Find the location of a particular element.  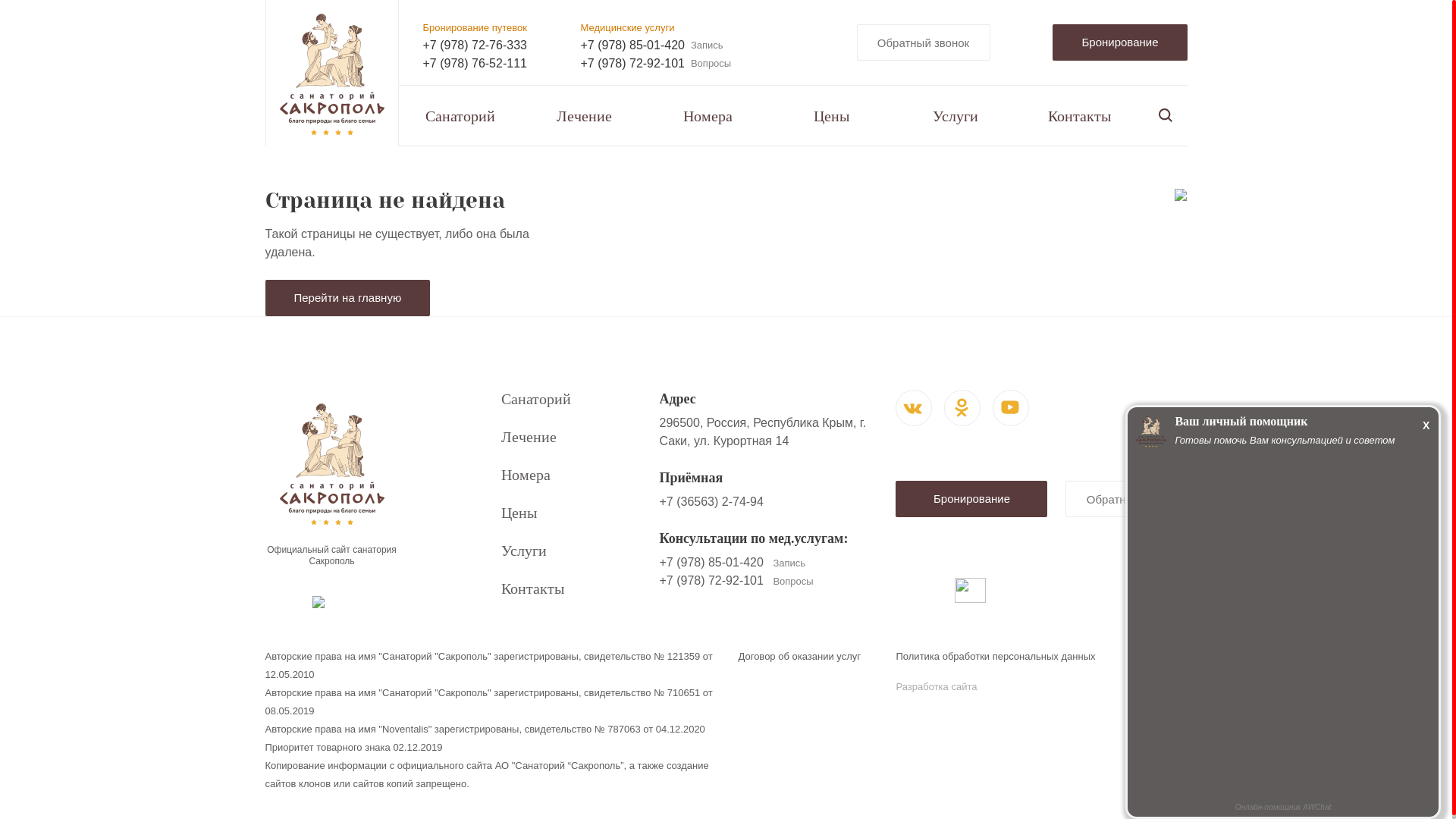

'+7 (978) 72-92-101' is located at coordinates (632, 63).